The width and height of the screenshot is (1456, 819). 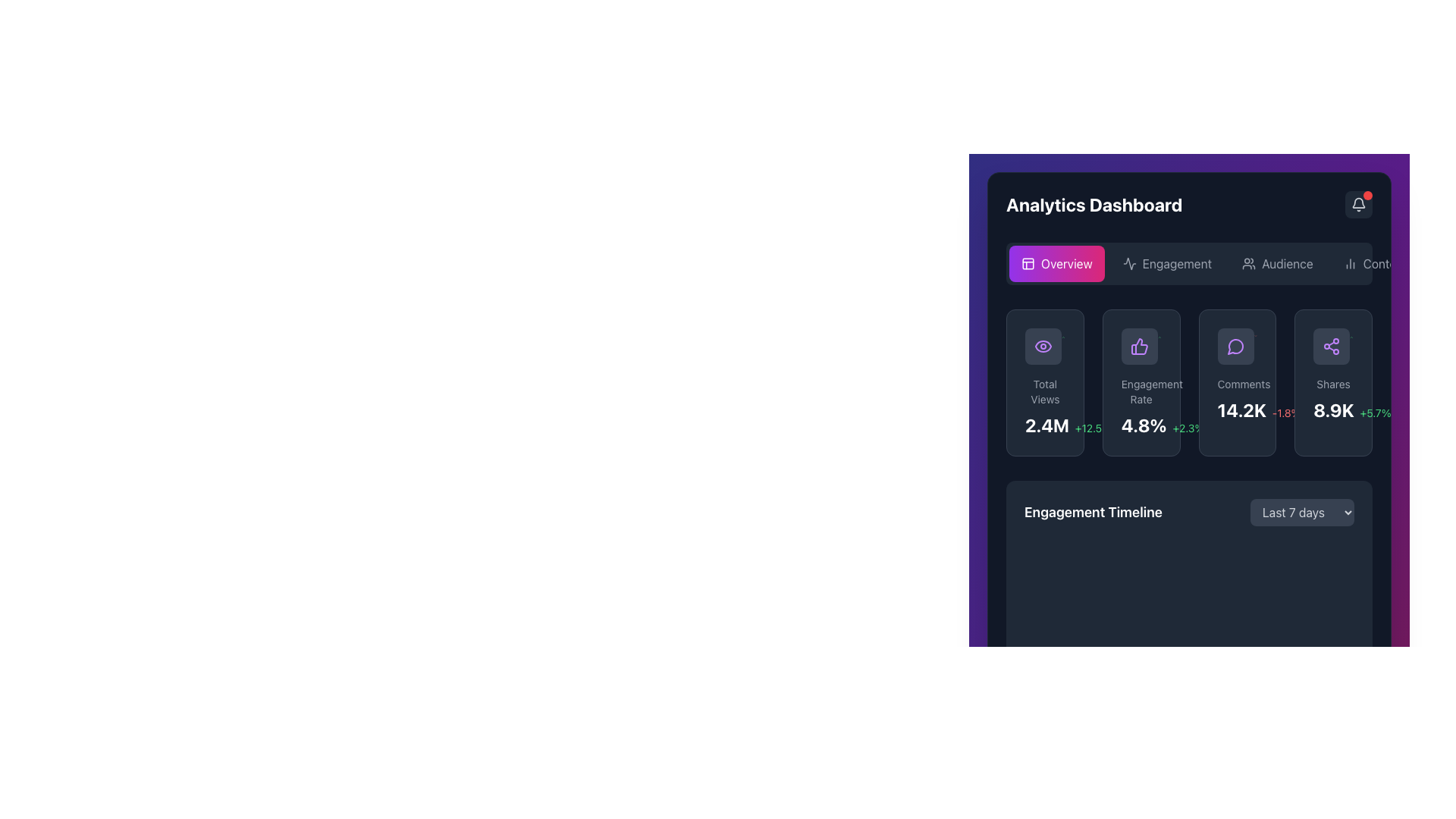 What do you see at coordinates (1188, 428) in the screenshot?
I see `the incremental change indicator Text Label displaying '+2.3%' related to the 'Engagement Rate', which is positioned to the right of '4.8%'` at bounding box center [1188, 428].